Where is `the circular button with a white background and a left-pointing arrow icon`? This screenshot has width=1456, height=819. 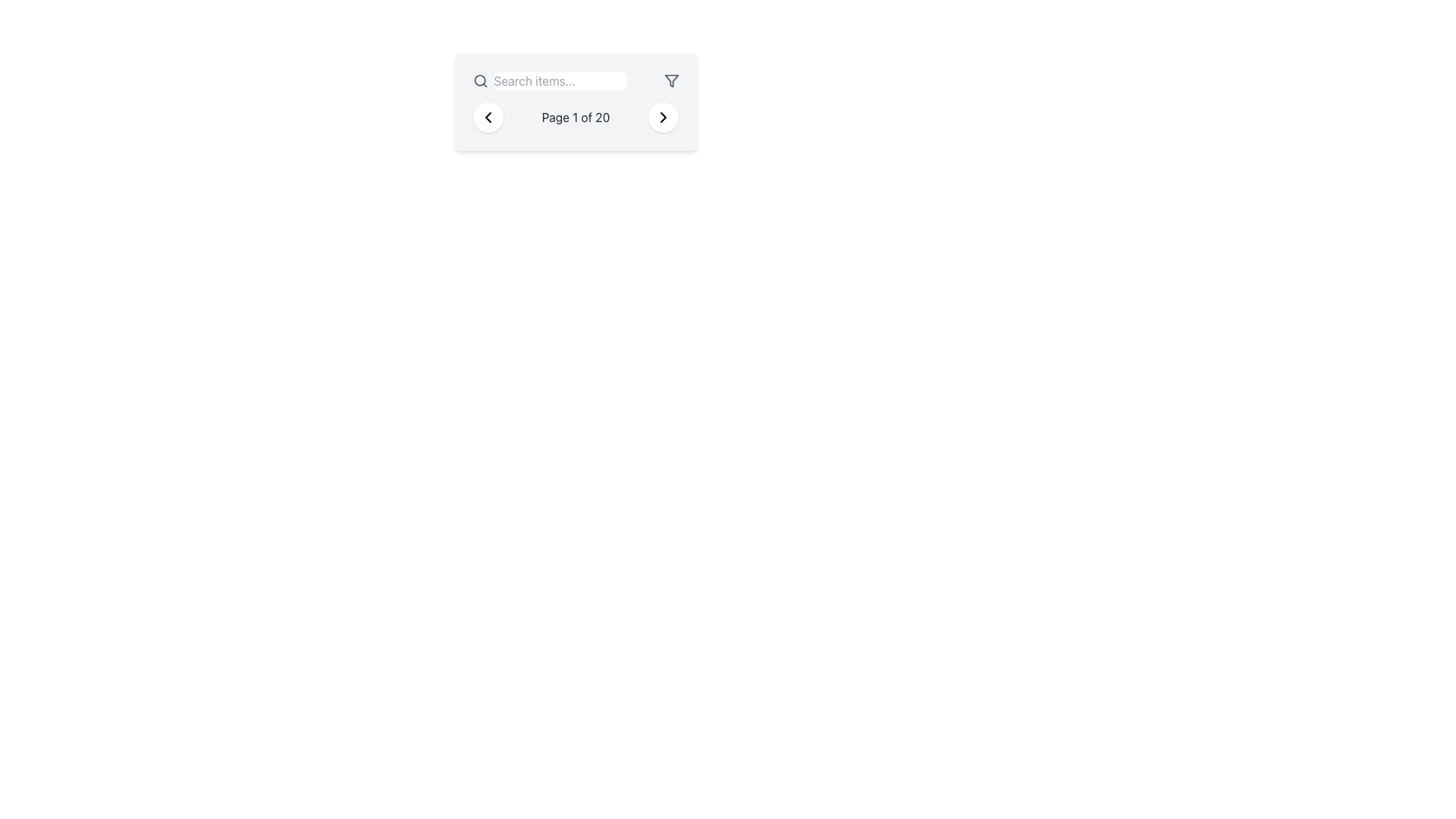 the circular button with a white background and a left-pointing arrow icon is located at coordinates (488, 116).